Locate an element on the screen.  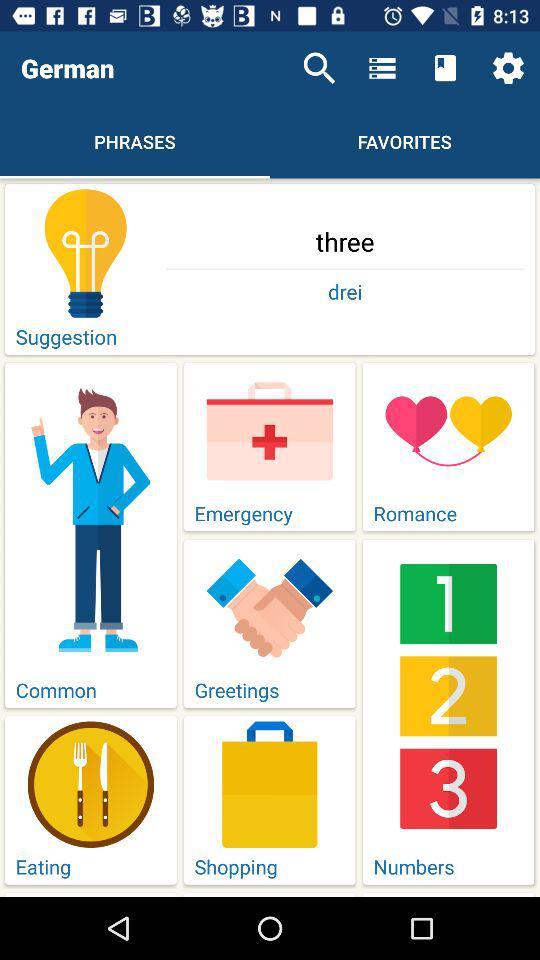
item next to the german item is located at coordinates (319, 68).